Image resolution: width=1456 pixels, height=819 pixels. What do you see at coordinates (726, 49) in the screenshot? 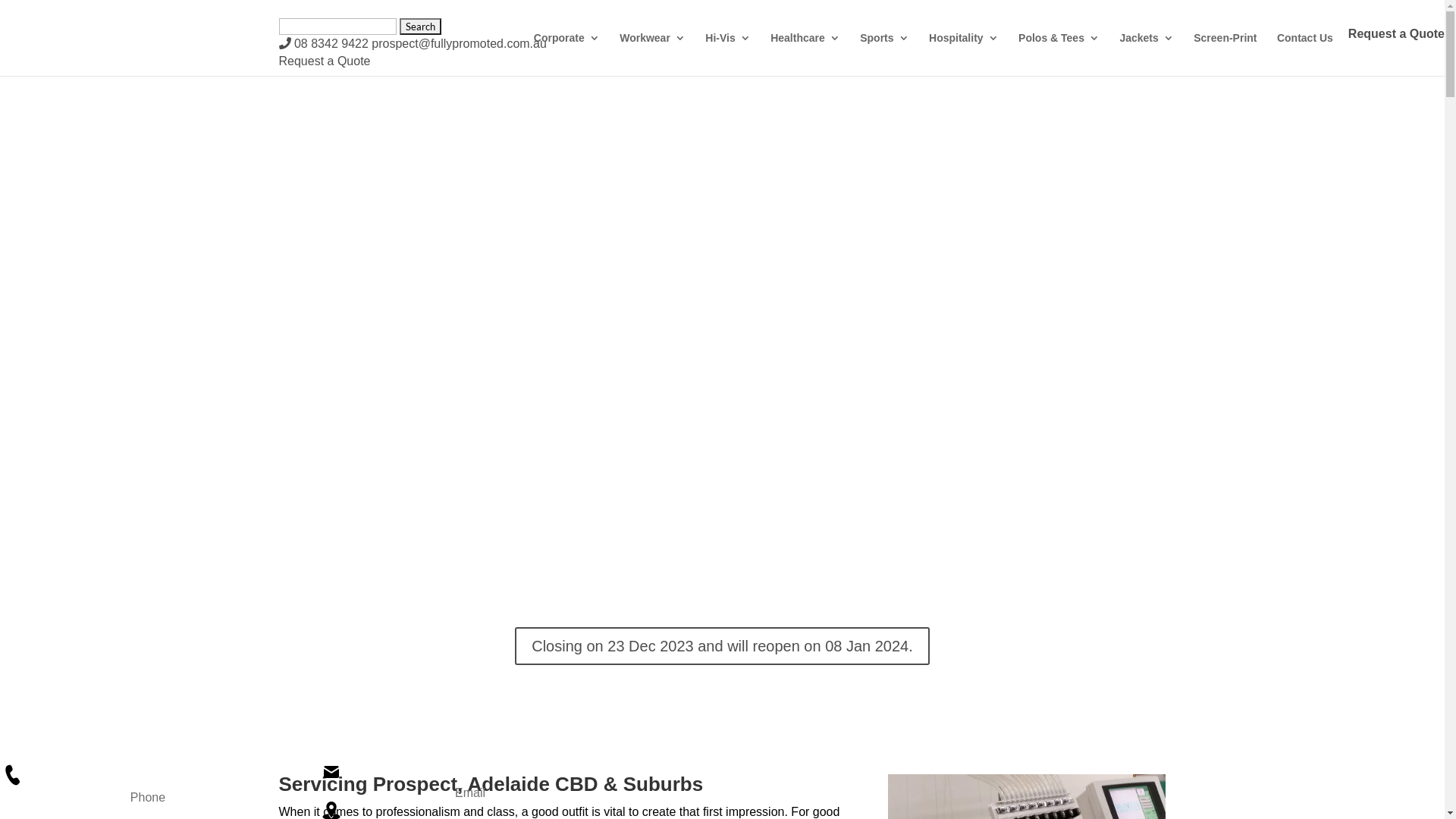
I see `'Hi-Vis'` at bounding box center [726, 49].